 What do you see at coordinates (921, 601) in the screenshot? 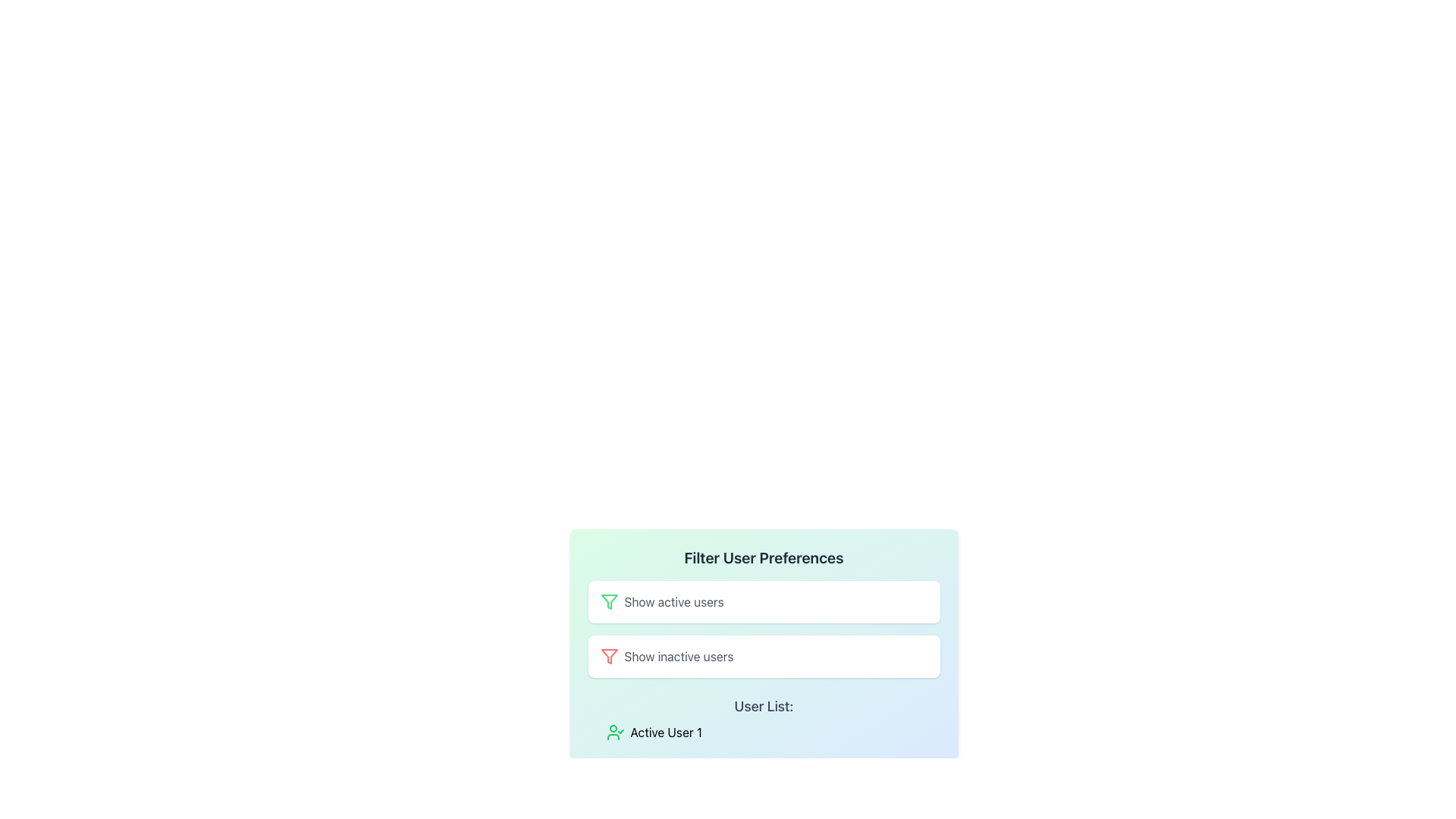
I see `the toggle lever of the switch component located on the far right of the blue rectangular bar` at bounding box center [921, 601].